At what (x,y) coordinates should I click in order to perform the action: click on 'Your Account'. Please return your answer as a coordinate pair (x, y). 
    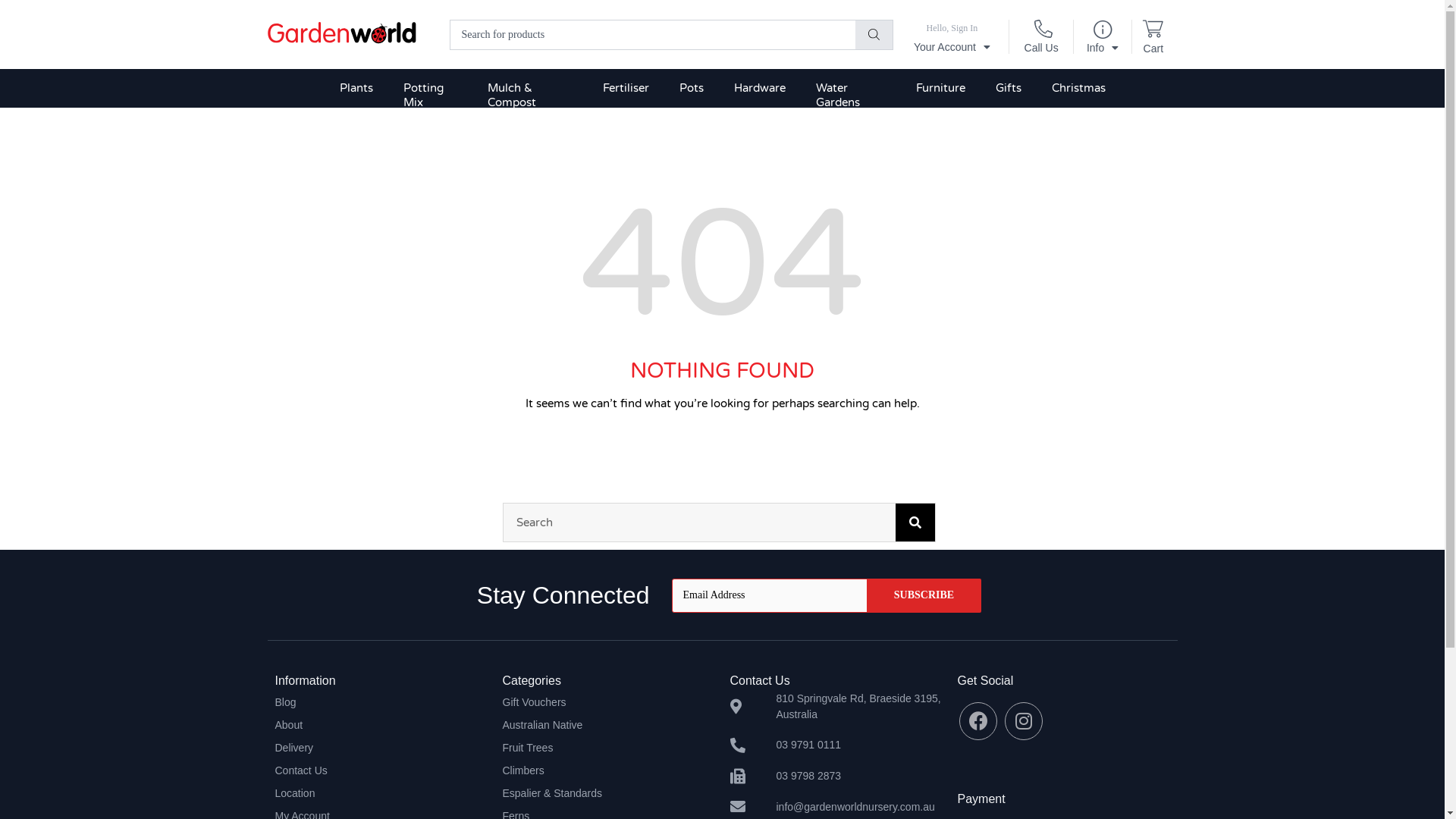
    Looking at the image, I should click on (951, 38).